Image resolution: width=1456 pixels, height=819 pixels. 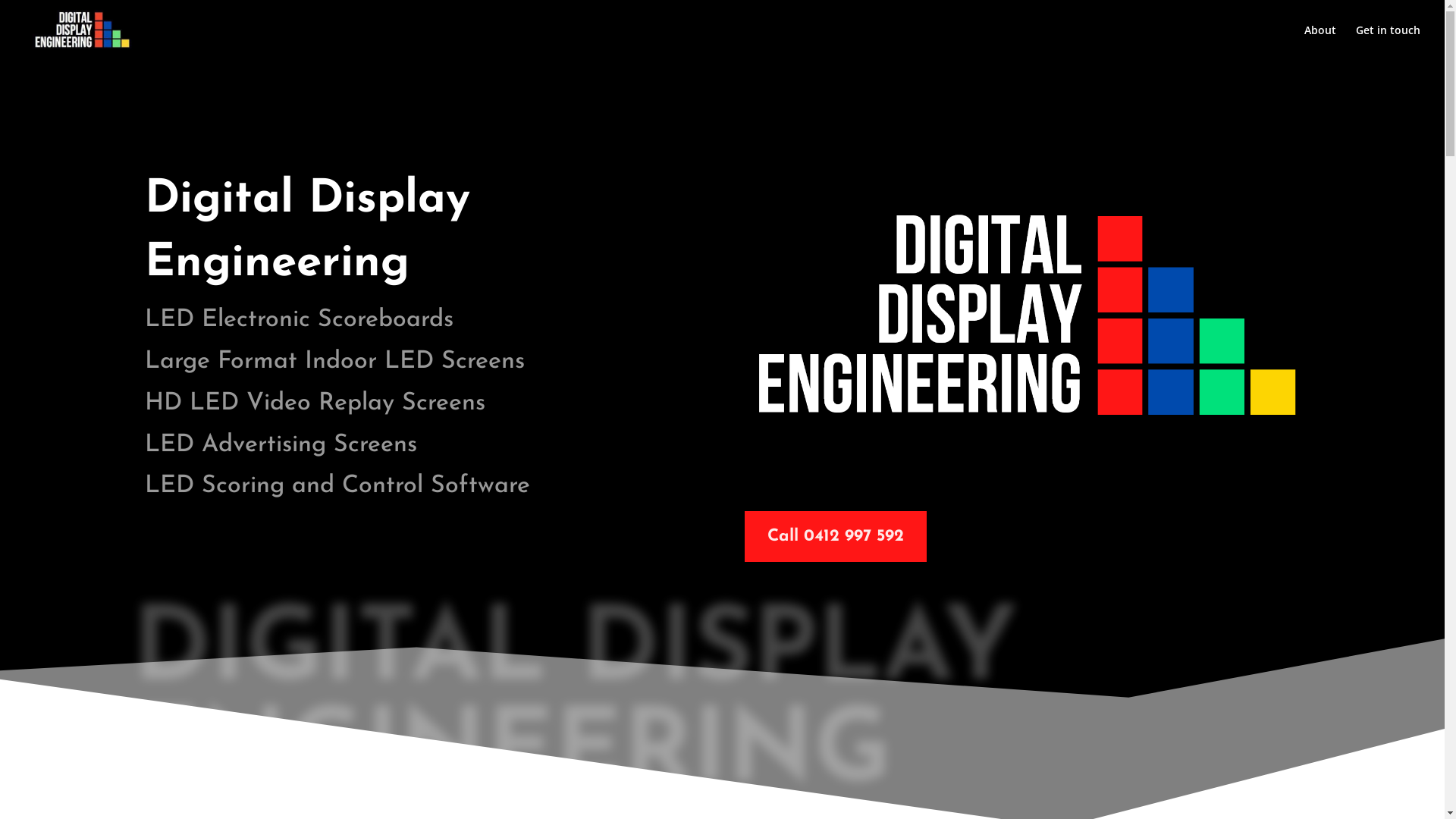 I want to click on 'About', so click(x=1319, y=42).